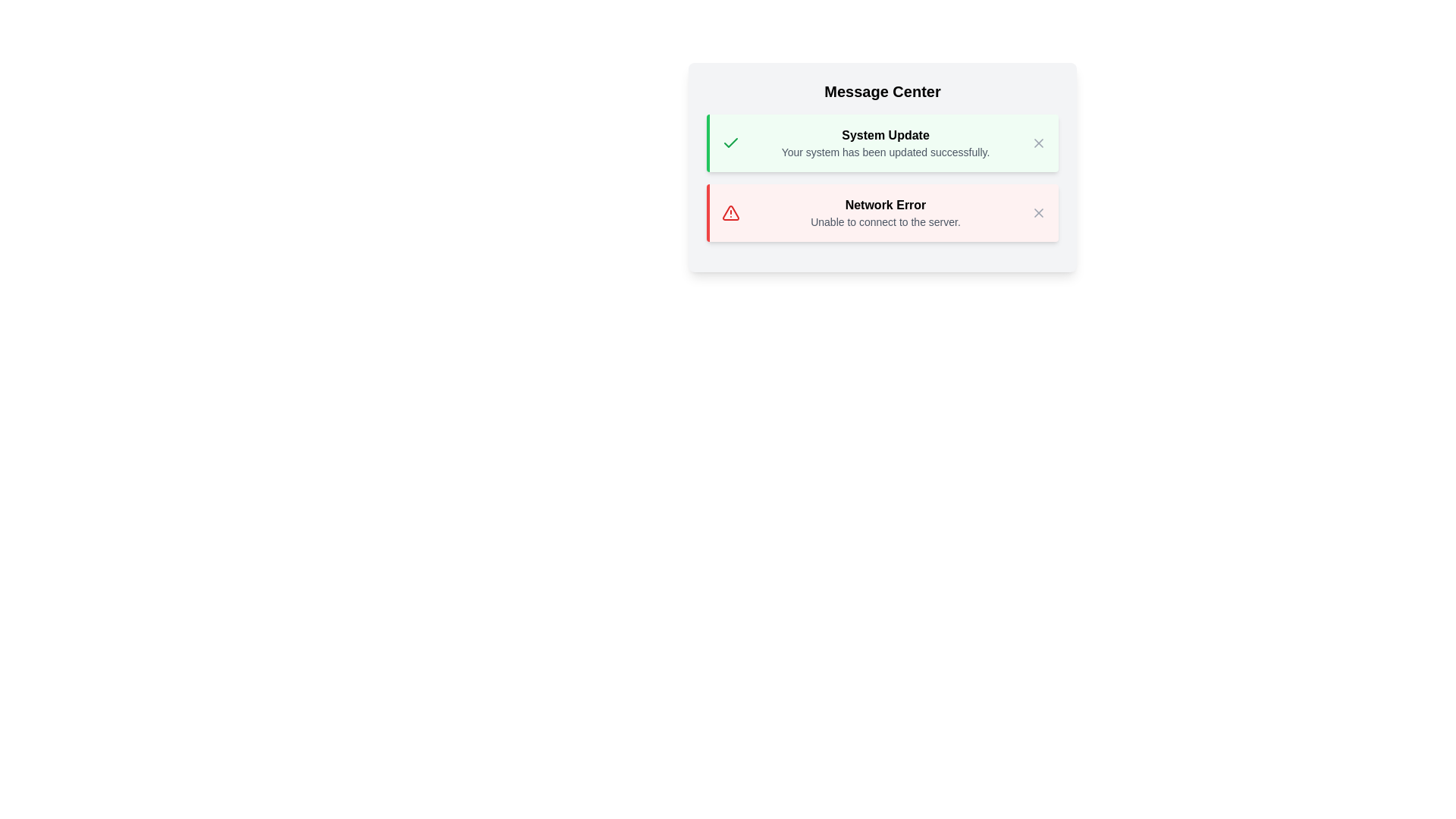 The height and width of the screenshot is (819, 1456). What do you see at coordinates (882, 213) in the screenshot?
I see `error message from the Alert Notification Box with a red-themed design, which displays 'Network Error' and 'Unable to connect to the server.'` at bounding box center [882, 213].